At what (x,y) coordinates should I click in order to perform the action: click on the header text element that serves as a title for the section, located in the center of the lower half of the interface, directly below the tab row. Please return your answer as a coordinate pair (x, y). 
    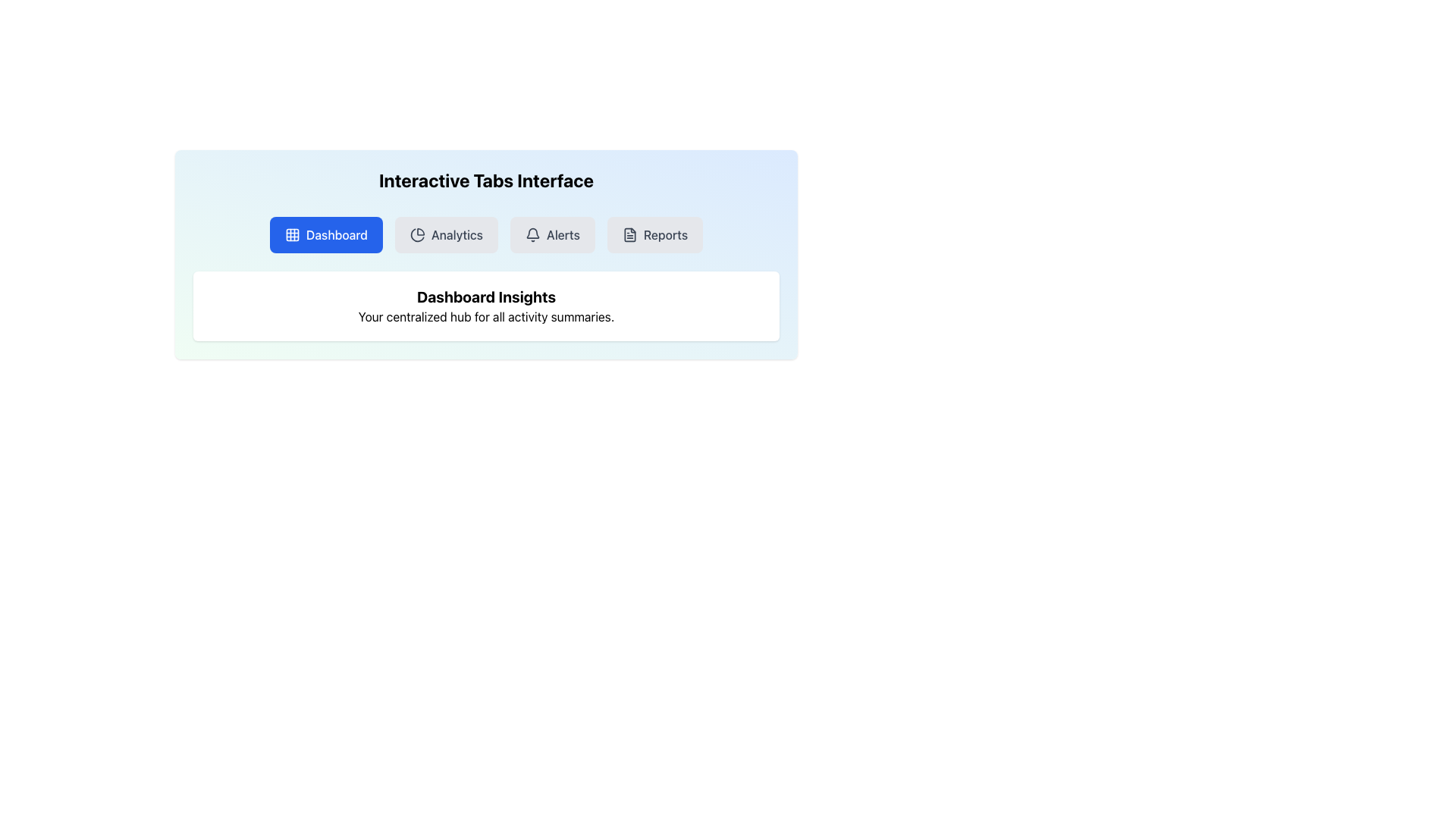
    Looking at the image, I should click on (486, 297).